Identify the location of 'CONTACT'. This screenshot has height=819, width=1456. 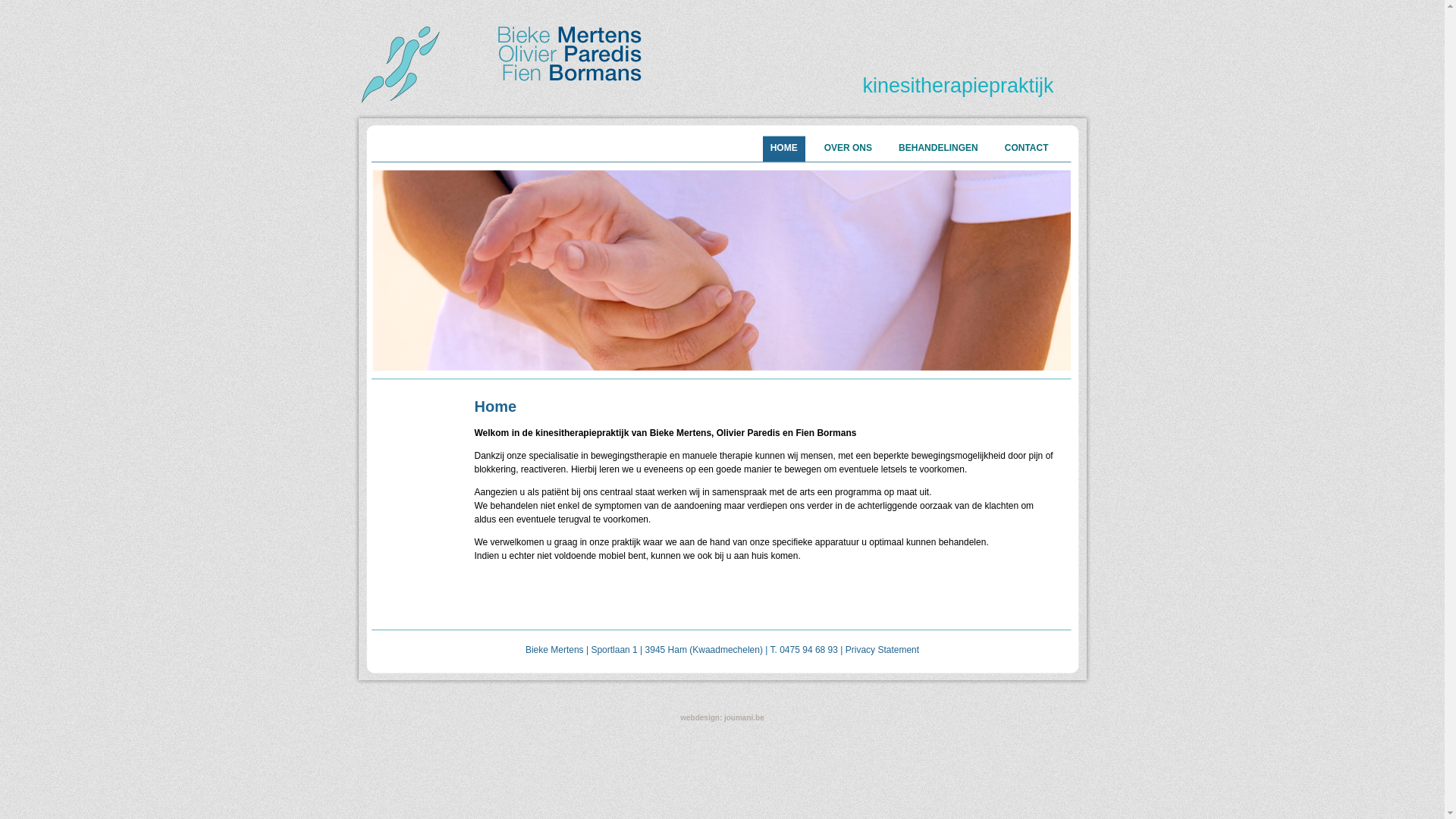
(997, 148).